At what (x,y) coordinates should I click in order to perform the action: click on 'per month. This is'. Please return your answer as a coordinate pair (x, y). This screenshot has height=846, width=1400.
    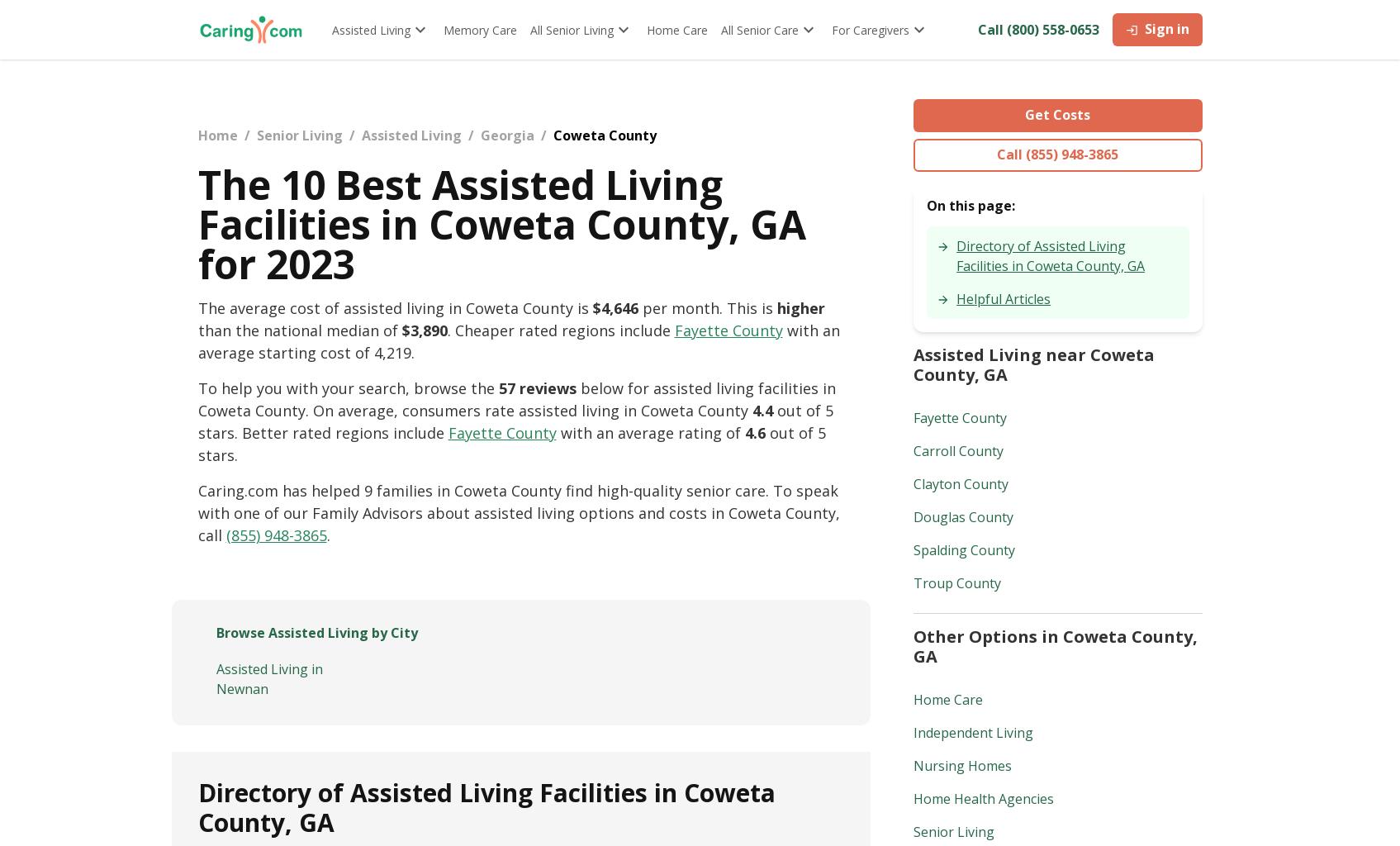
    Looking at the image, I should click on (705, 308).